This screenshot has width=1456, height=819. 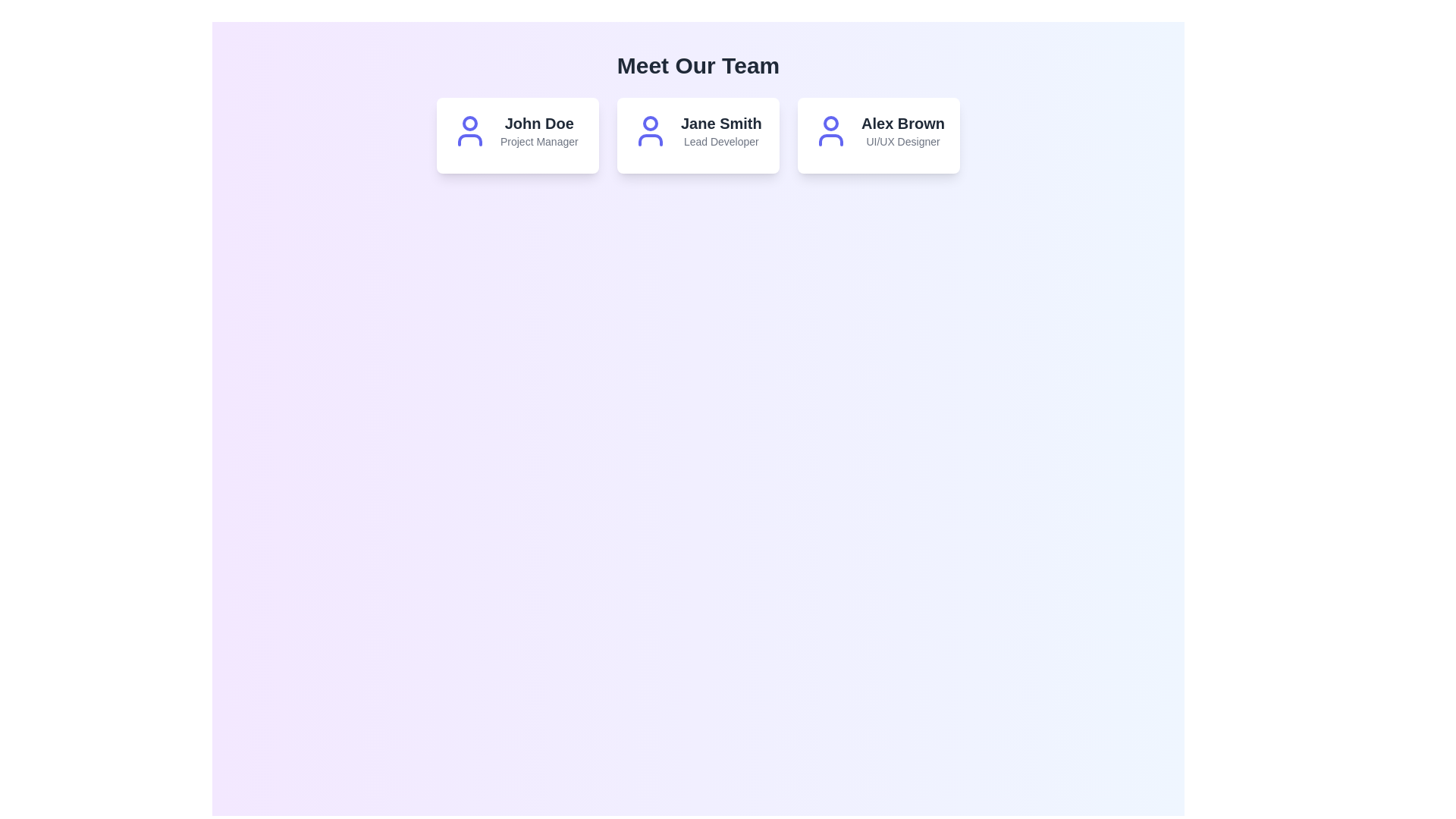 I want to click on displayed text from the second team member description label, which is centrally positioned between 'John Doe' and 'Alex Brown', so click(x=720, y=130).